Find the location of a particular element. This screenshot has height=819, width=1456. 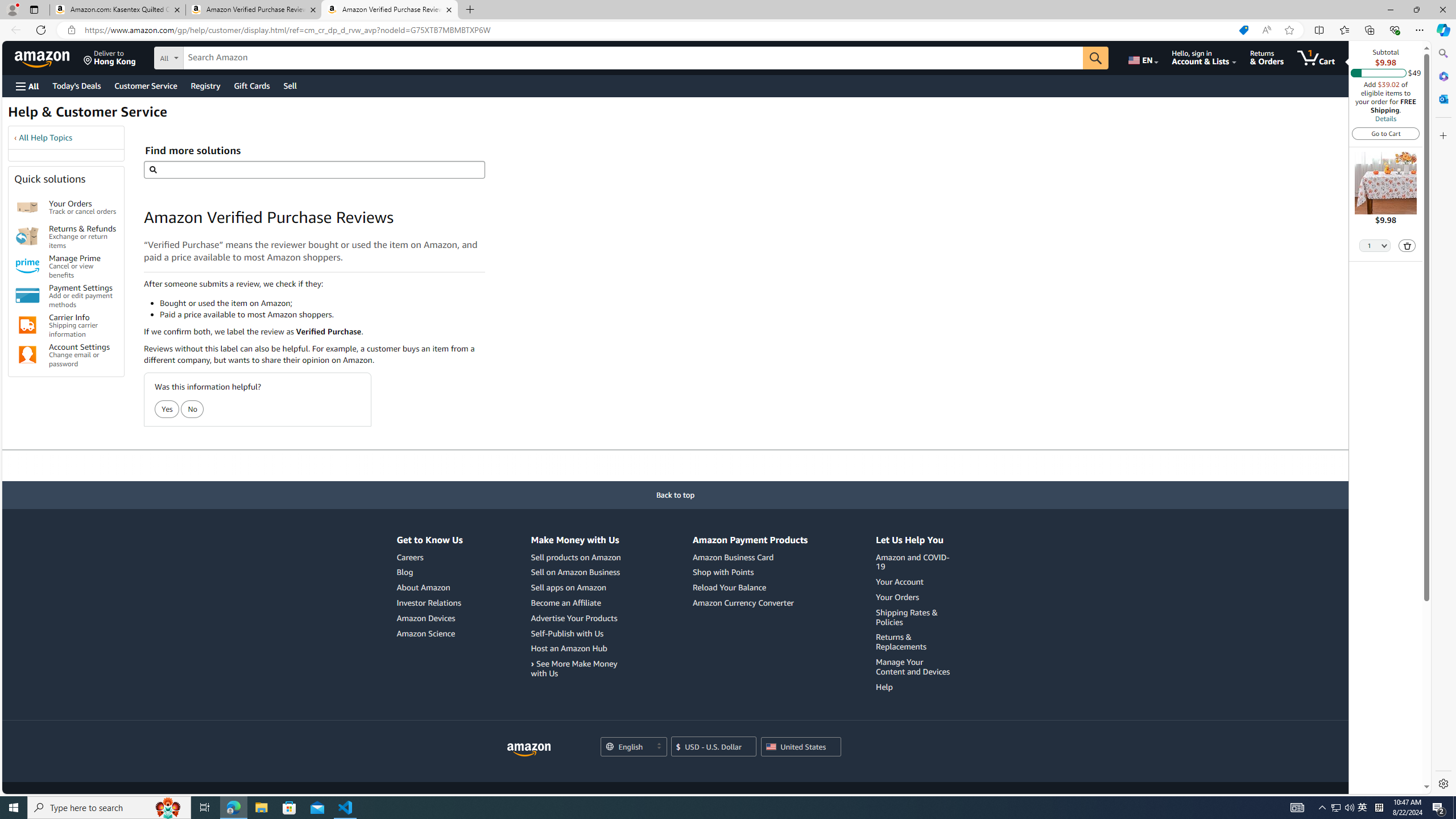

'Amazon Science' is located at coordinates (425, 632).